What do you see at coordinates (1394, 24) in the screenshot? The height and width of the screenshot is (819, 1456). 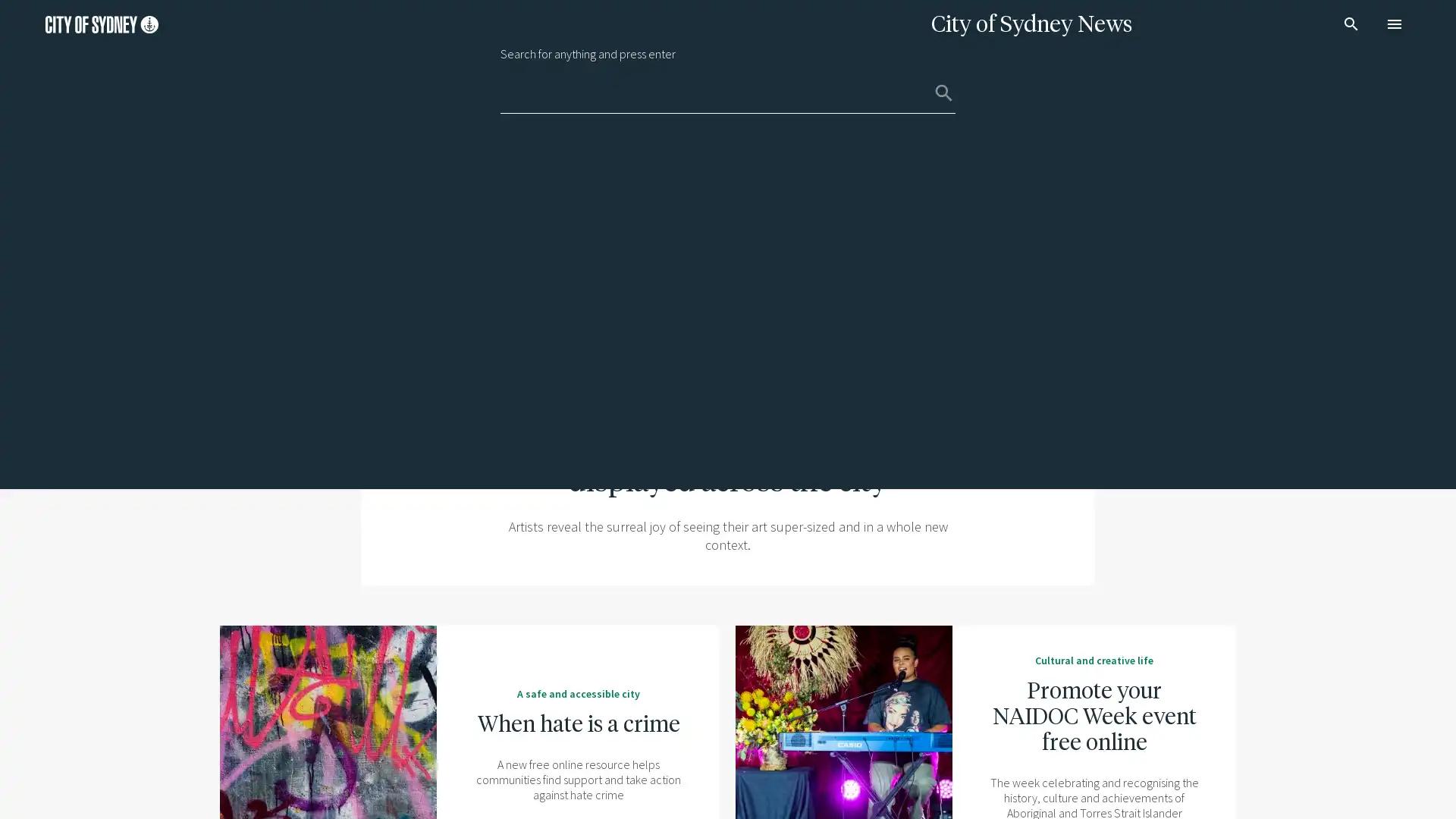 I see `menu` at bounding box center [1394, 24].